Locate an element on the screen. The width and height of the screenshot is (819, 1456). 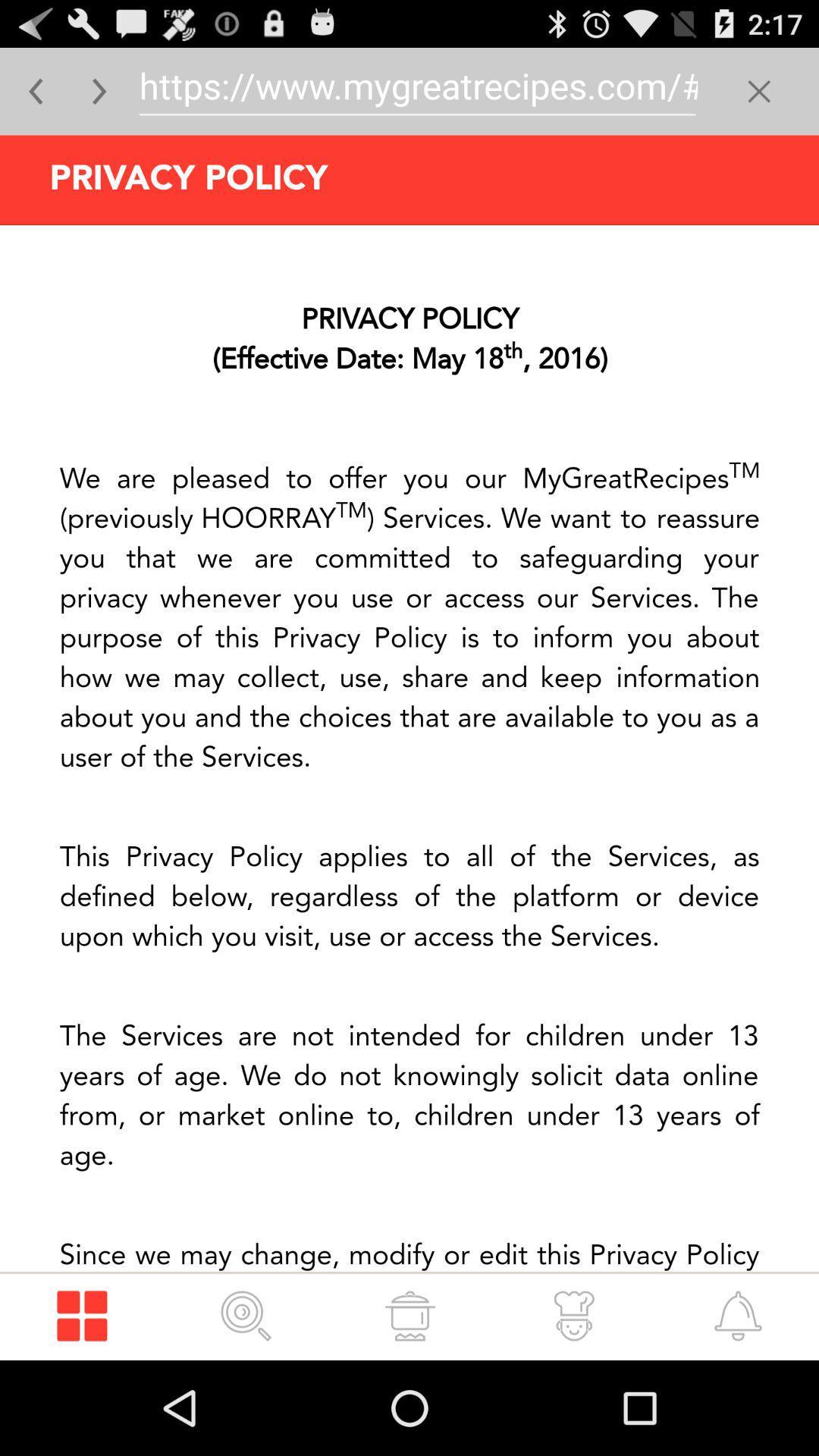
the page is located at coordinates (759, 90).